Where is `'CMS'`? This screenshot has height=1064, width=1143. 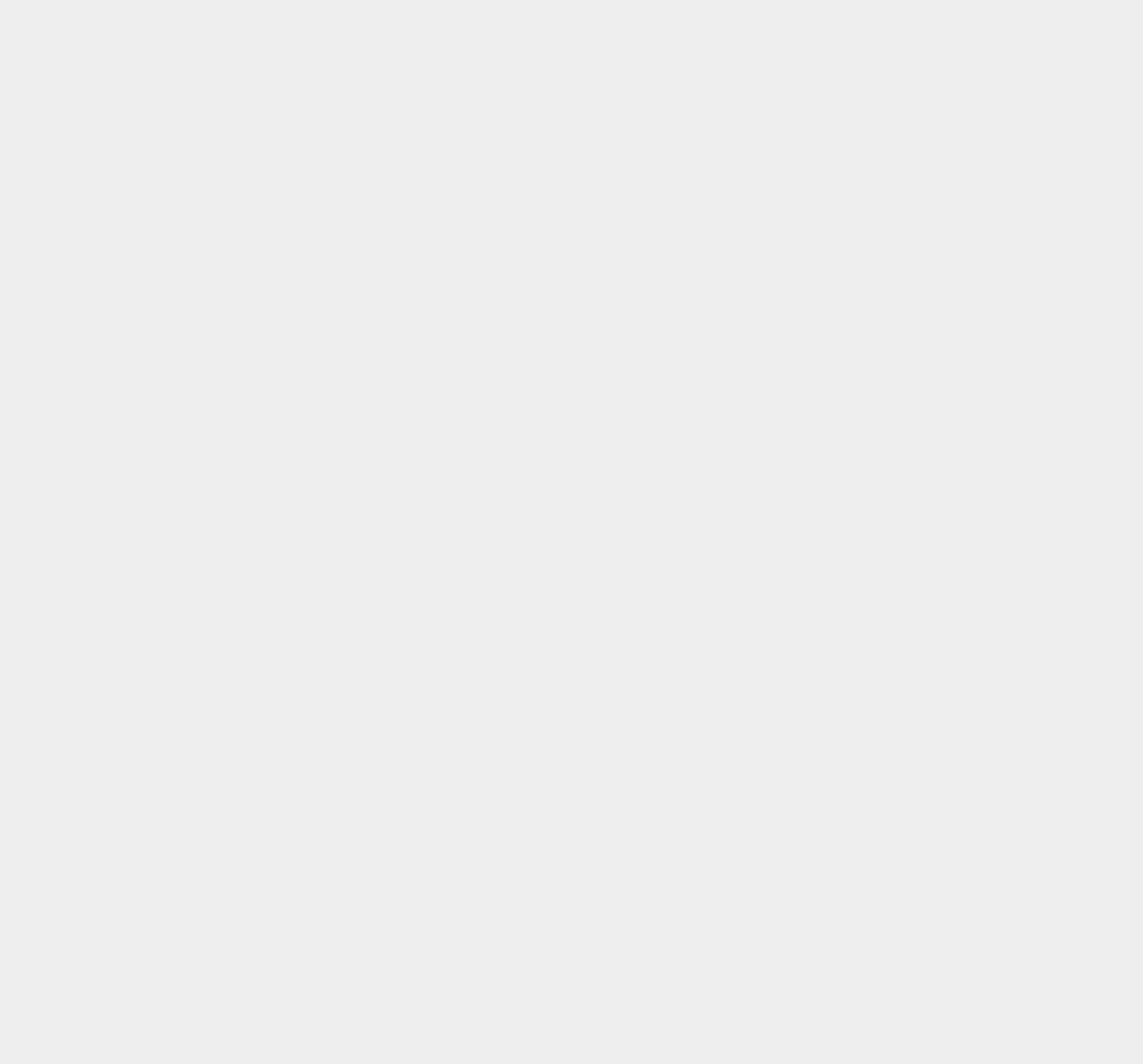
'CMS' is located at coordinates (821, 57).